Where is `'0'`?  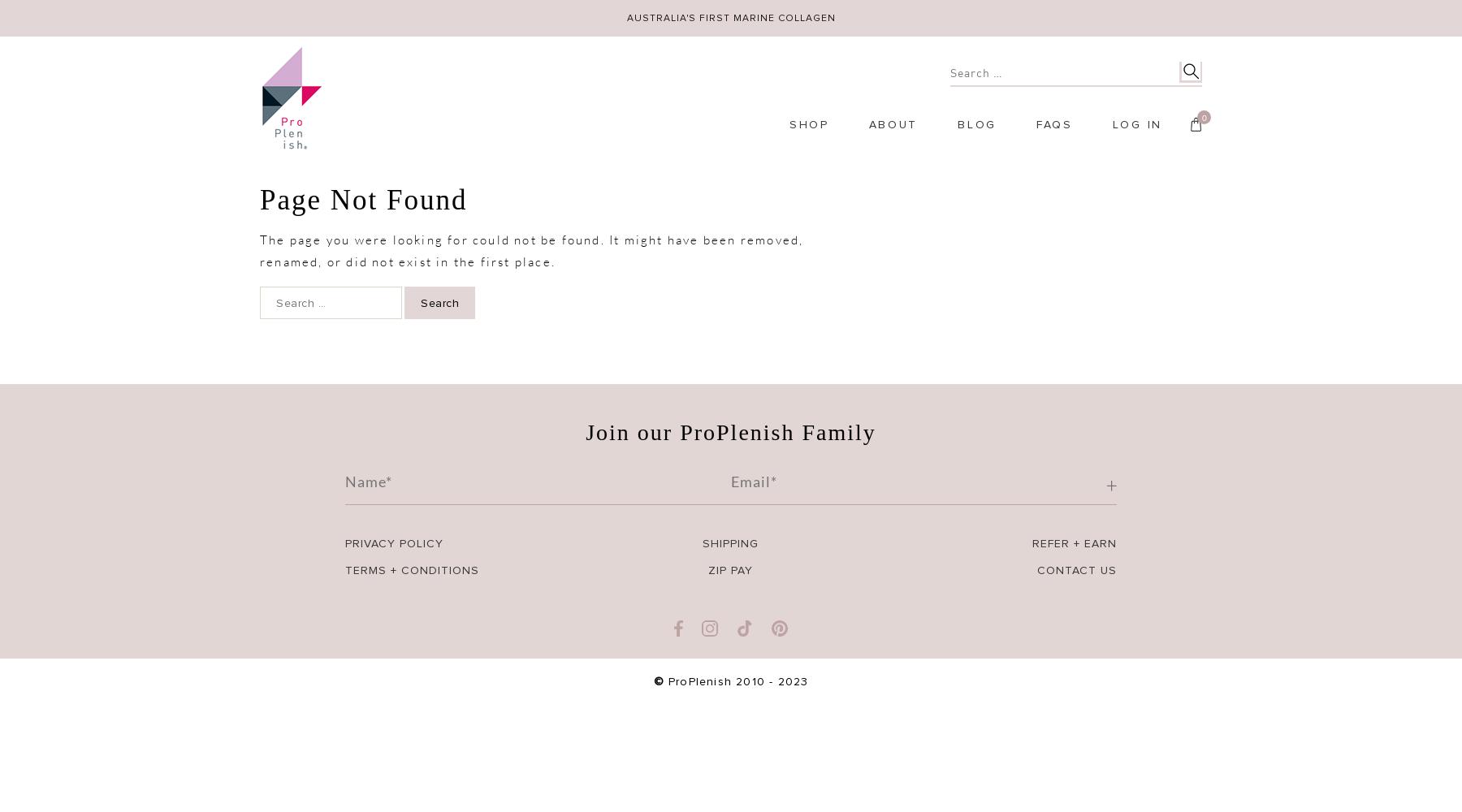
'0' is located at coordinates (1203, 117).